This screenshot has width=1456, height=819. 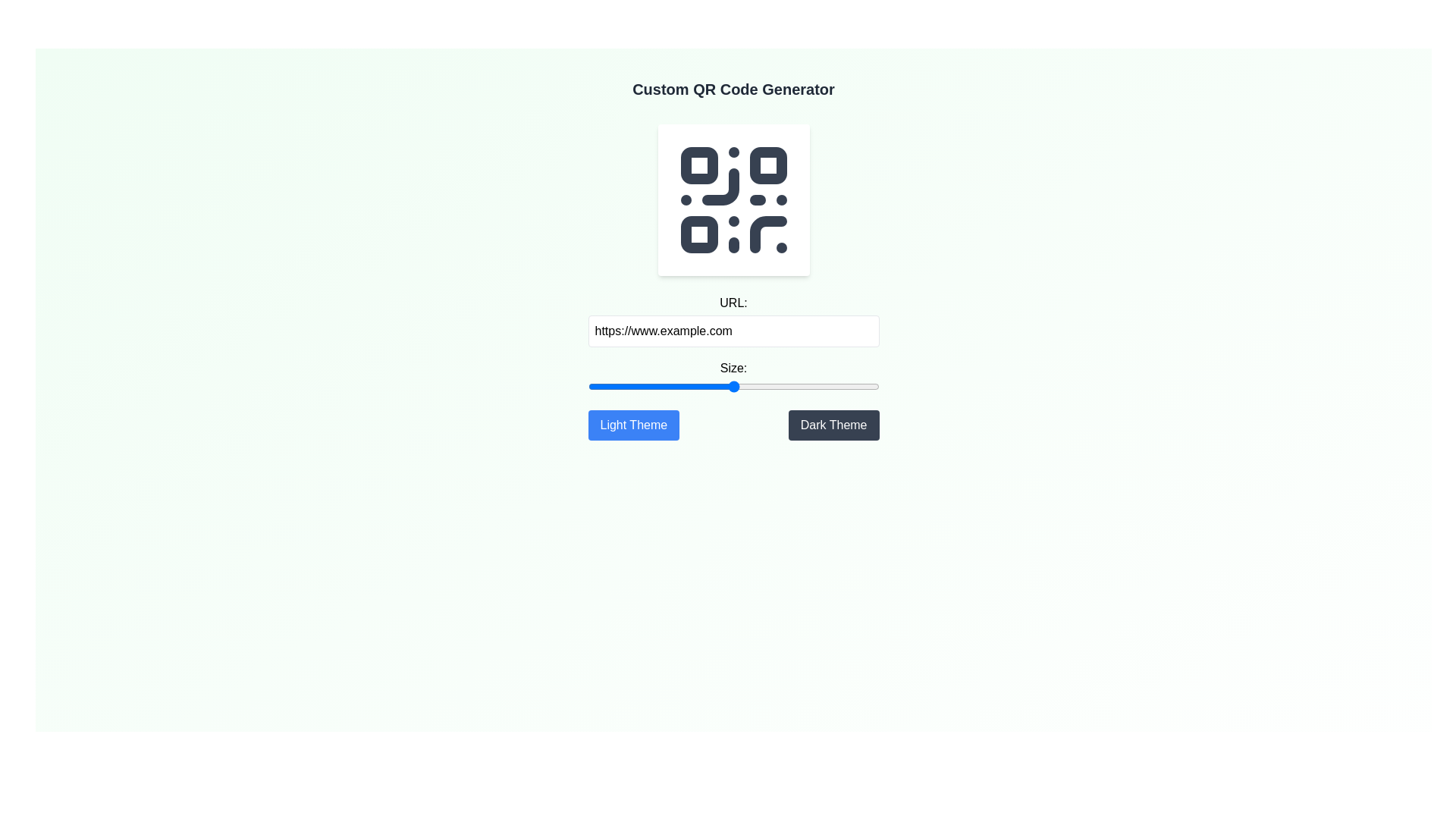 What do you see at coordinates (718, 385) in the screenshot?
I see `the slider` at bounding box center [718, 385].